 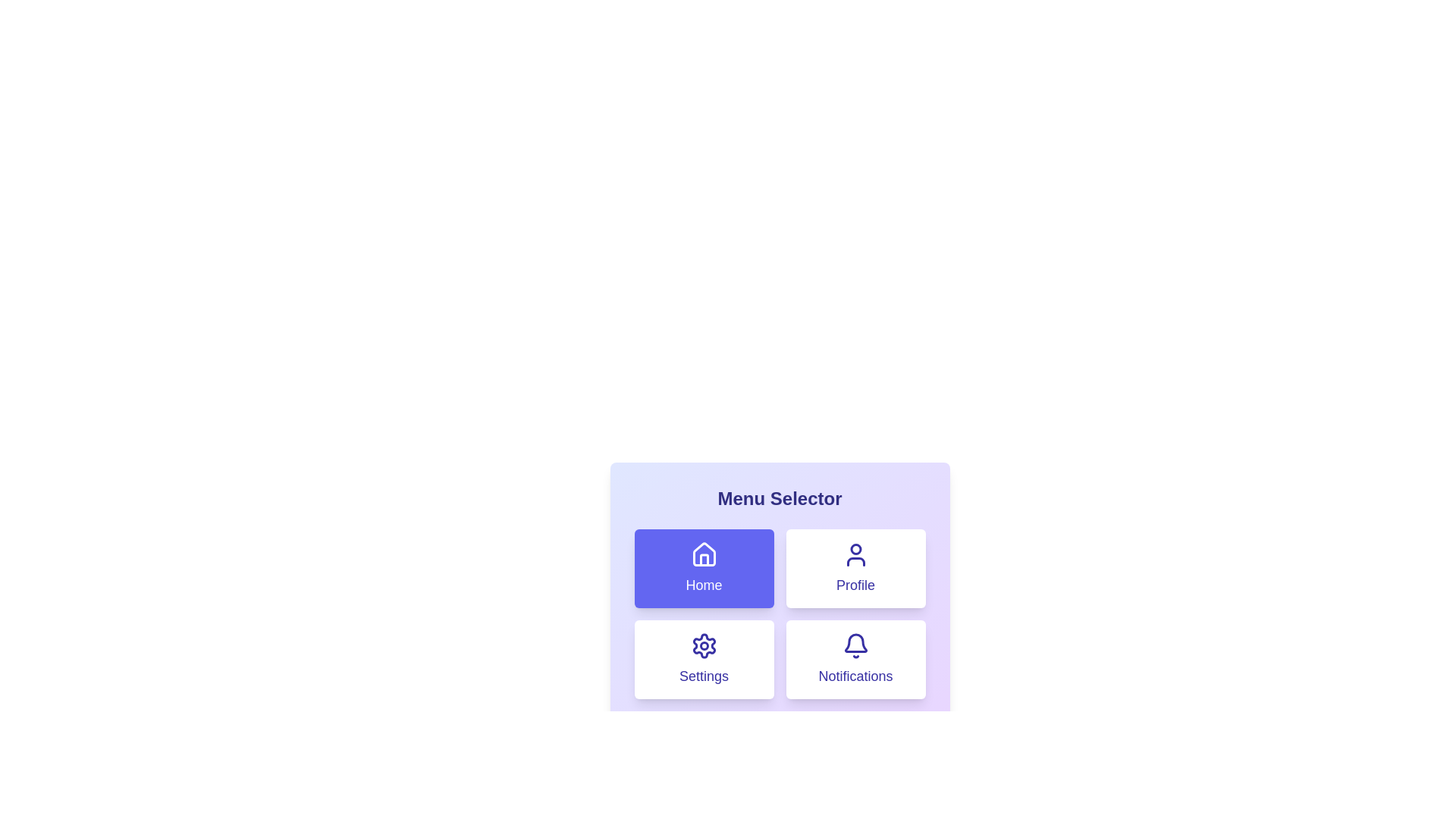 I want to click on the menu option Profile to select it, so click(x=855, y=568).